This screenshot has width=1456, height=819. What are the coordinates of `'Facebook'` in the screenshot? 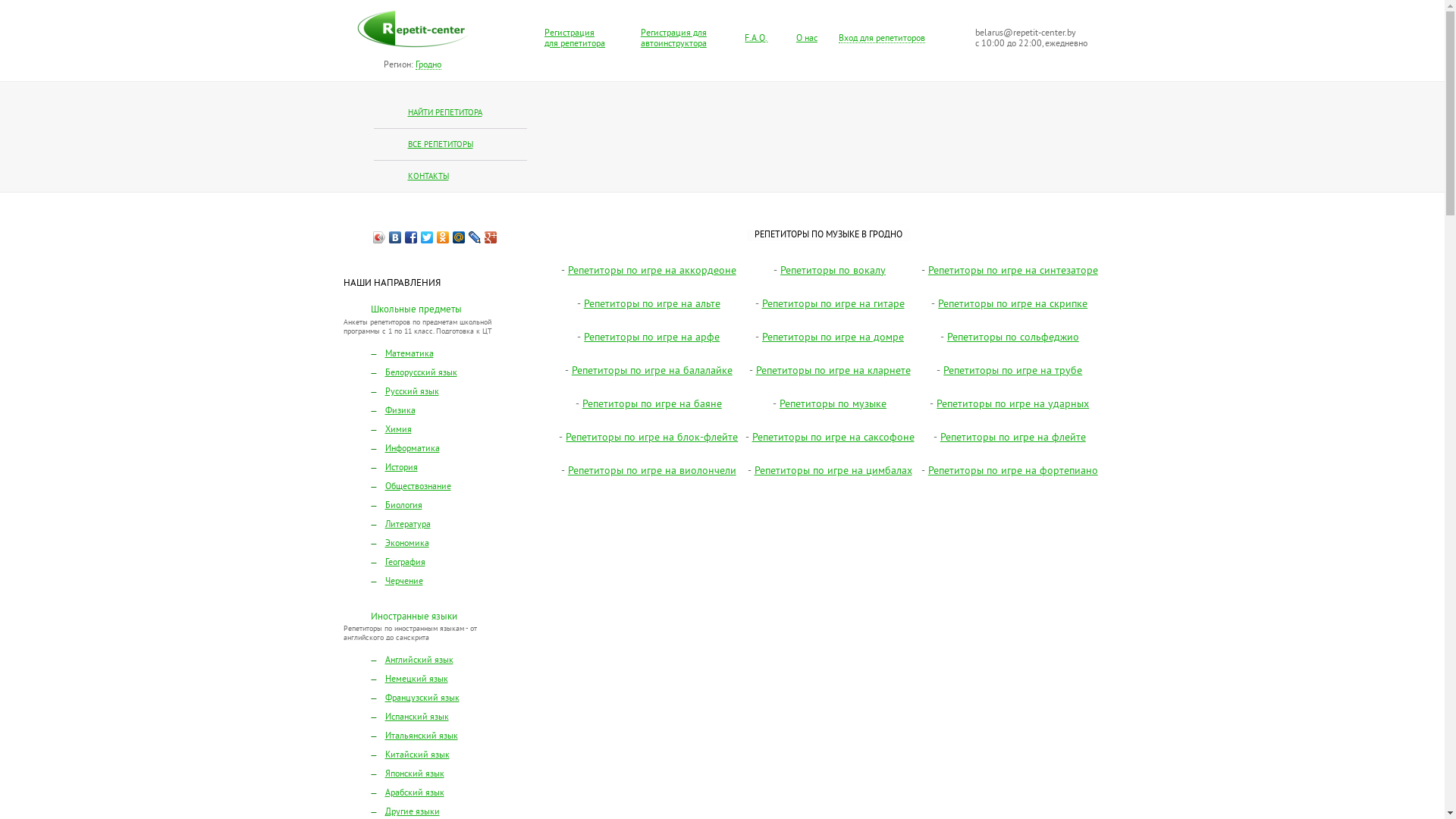 It's located at (411, 237).